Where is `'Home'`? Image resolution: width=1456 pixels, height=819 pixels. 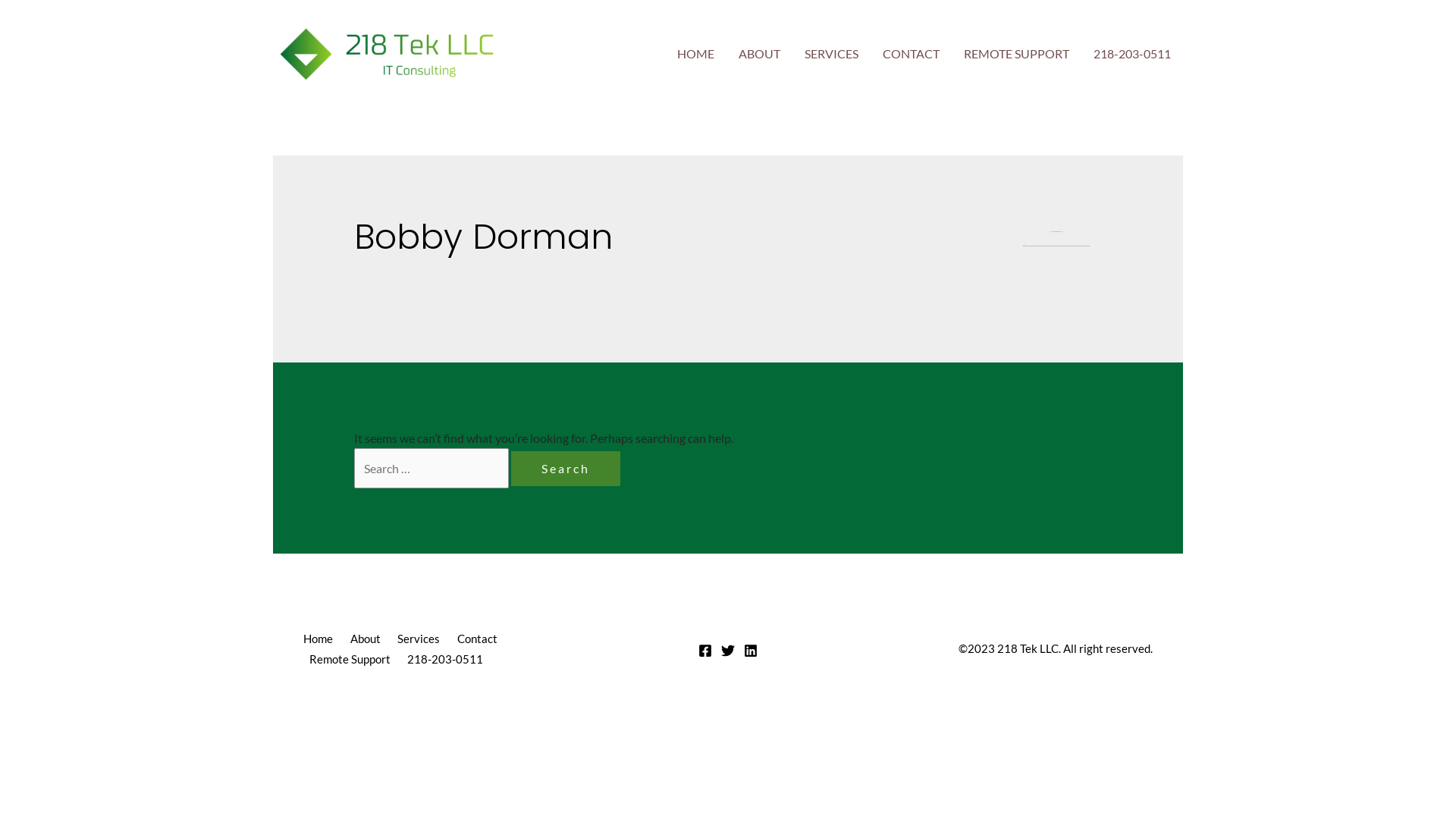 'Home' is located at coordinates (323, 639).